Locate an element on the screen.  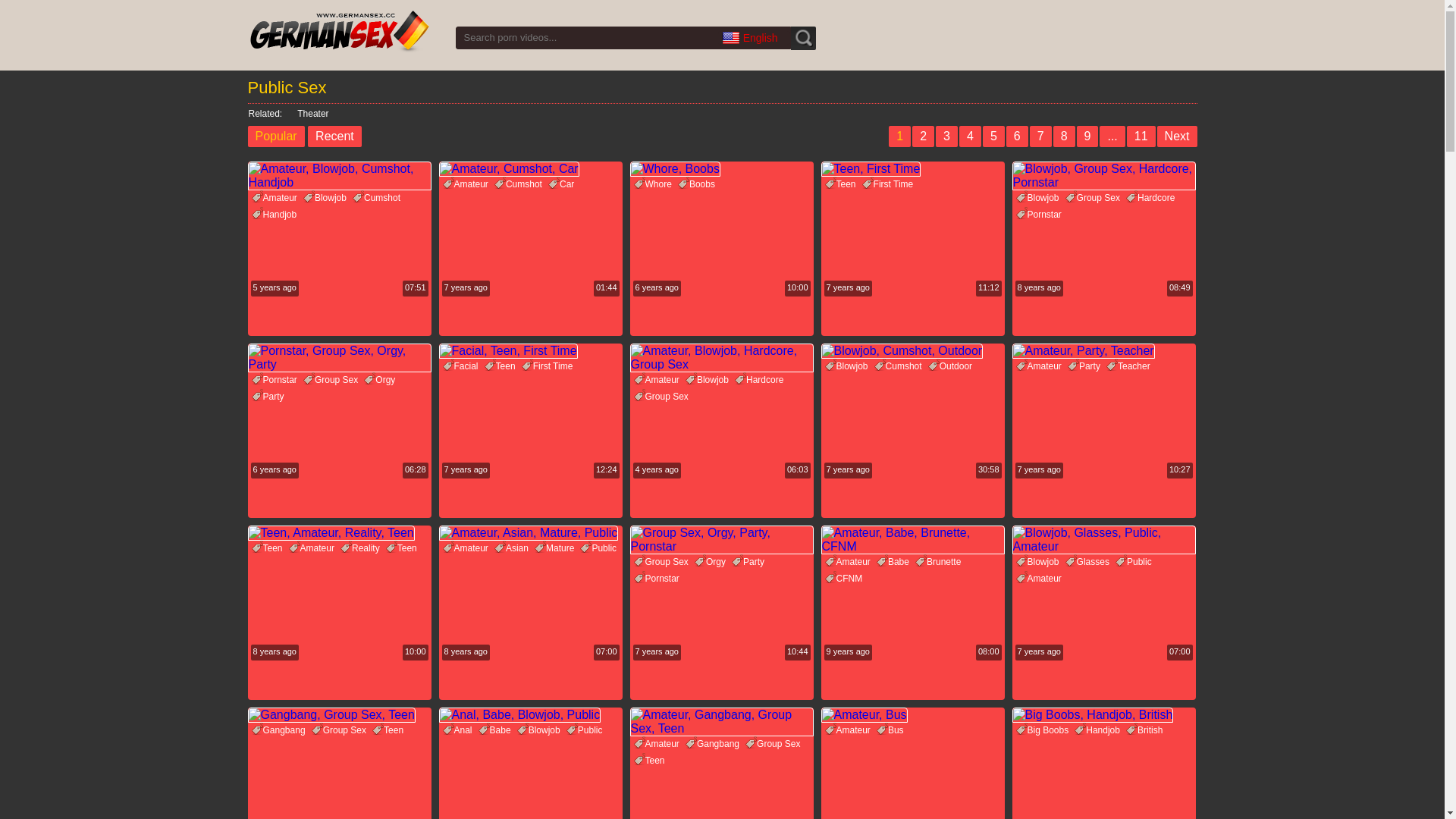
'Amateur, Babe, Brunette, CFNM' is located at coordinates (912, 539).